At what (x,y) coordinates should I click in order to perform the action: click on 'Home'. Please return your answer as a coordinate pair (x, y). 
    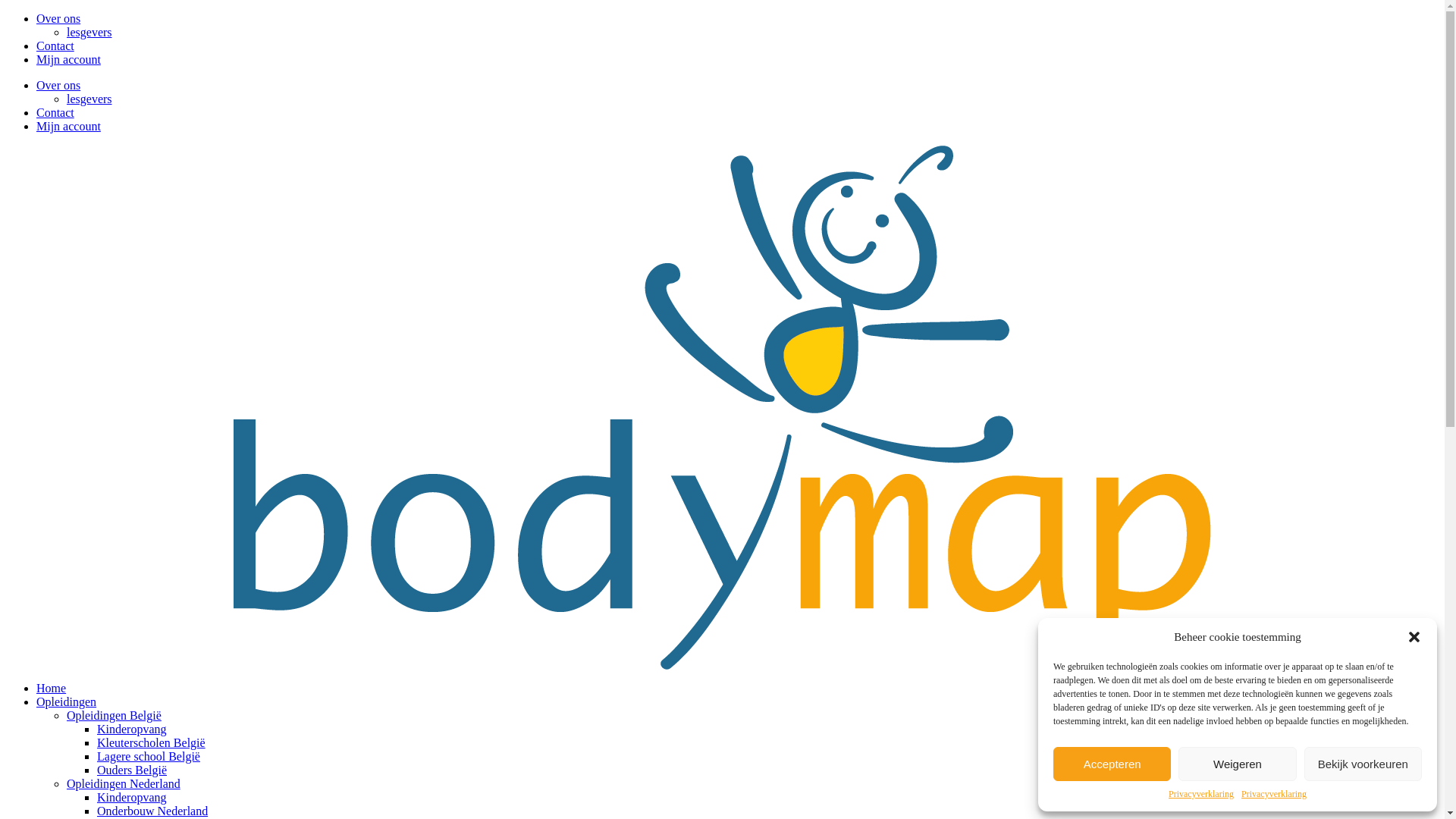
    Looking at the image, I should click on (51, 688).